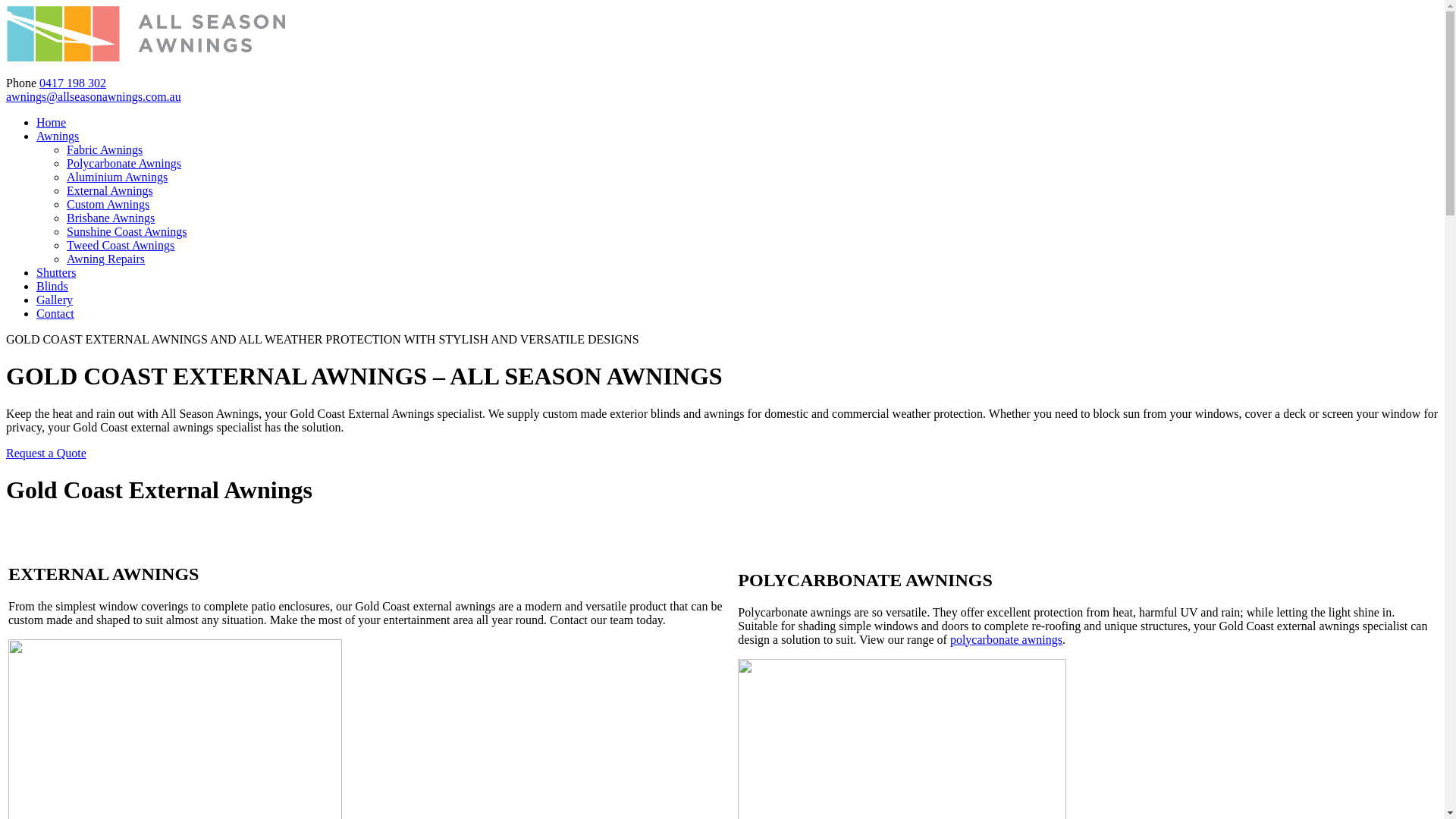 The height and width of the screenshot is (819, 1456). What do you see at coordinates (1006, 639) in the screenshot?
I see `'polycarbonate awnings'` at bounding box center [1006, 639].